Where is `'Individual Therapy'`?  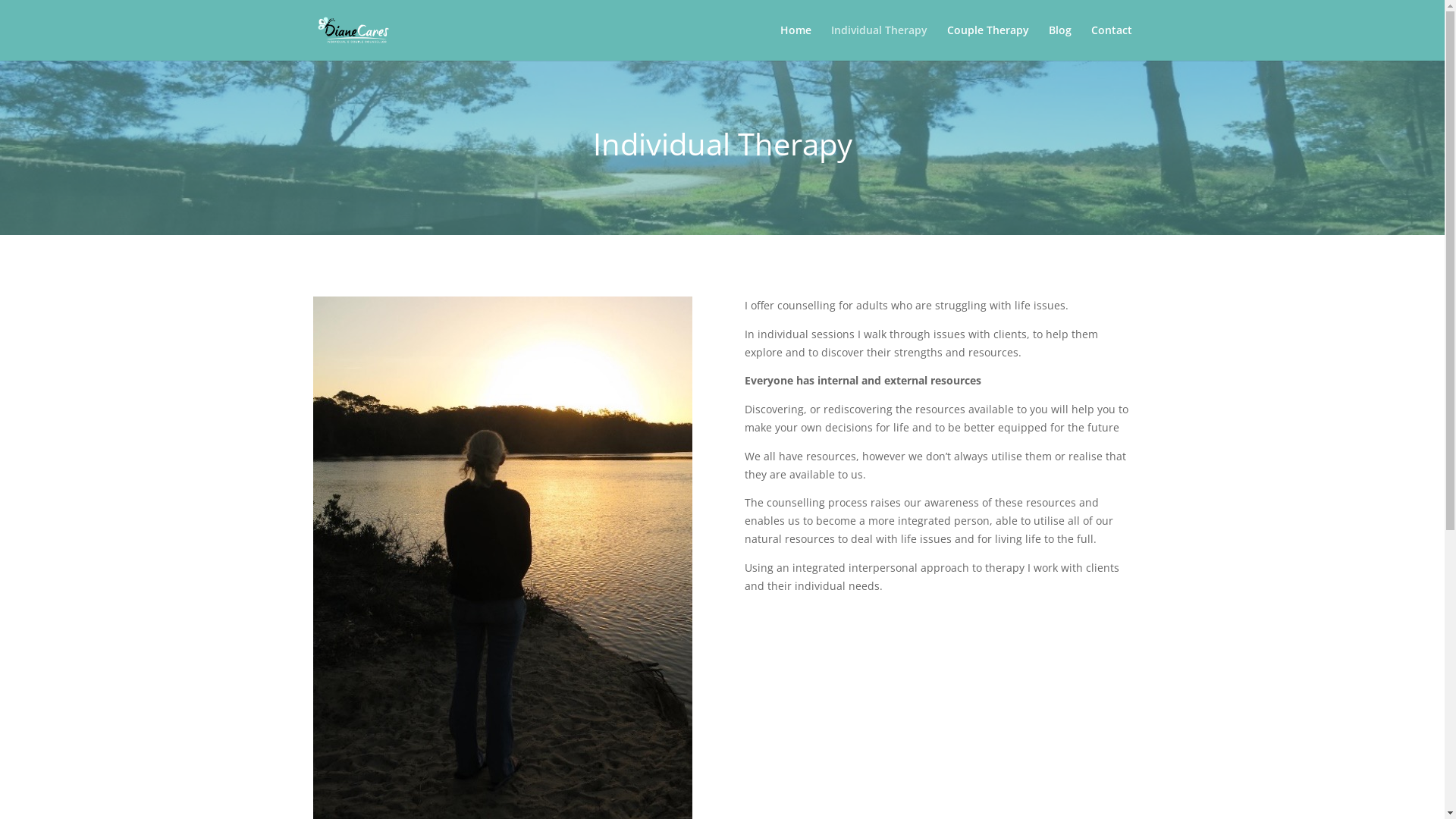 'Individual Therapy' is located at coordinates (879, 42).